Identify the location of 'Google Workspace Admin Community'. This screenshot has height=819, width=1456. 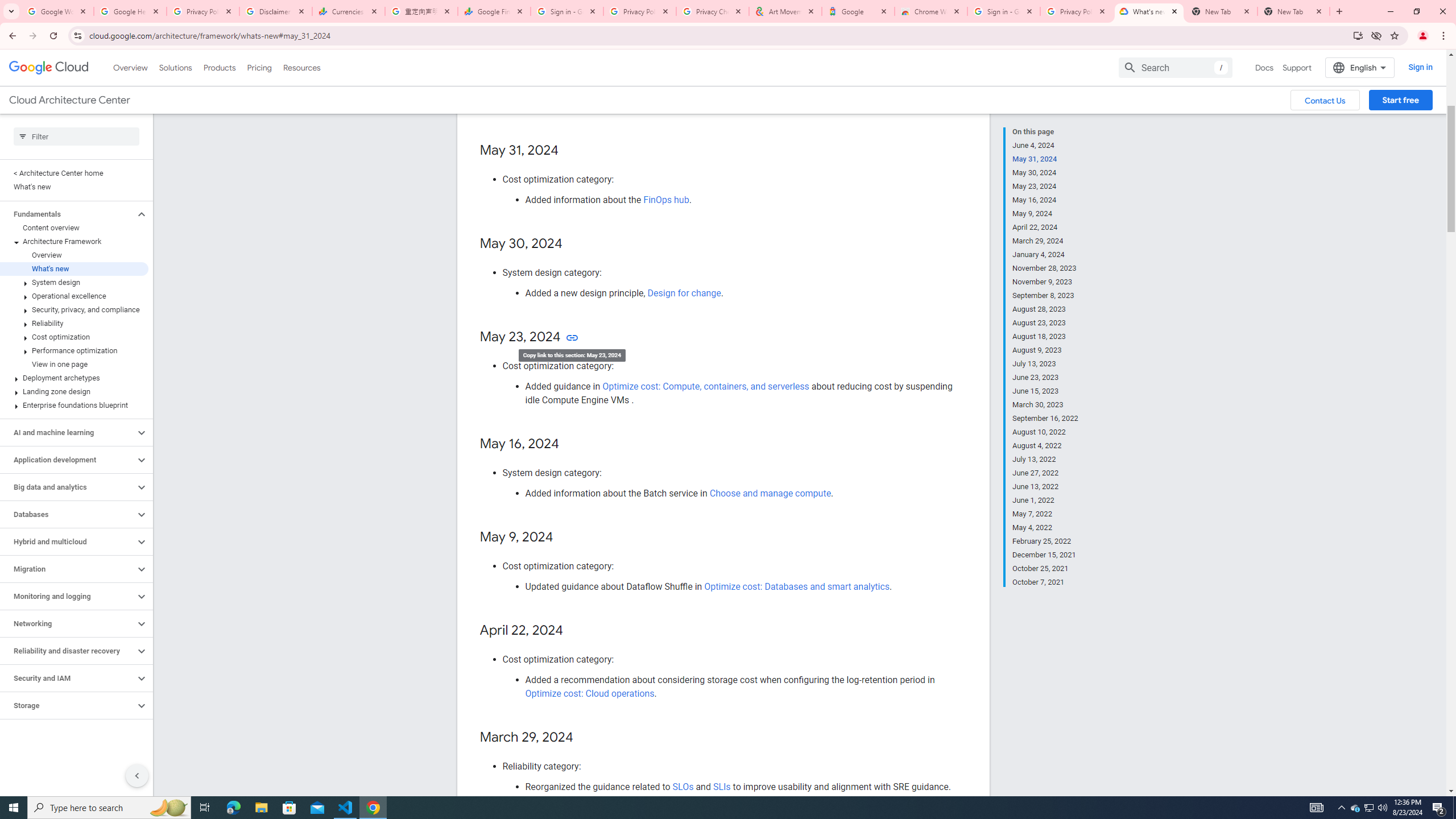
(57, 11).